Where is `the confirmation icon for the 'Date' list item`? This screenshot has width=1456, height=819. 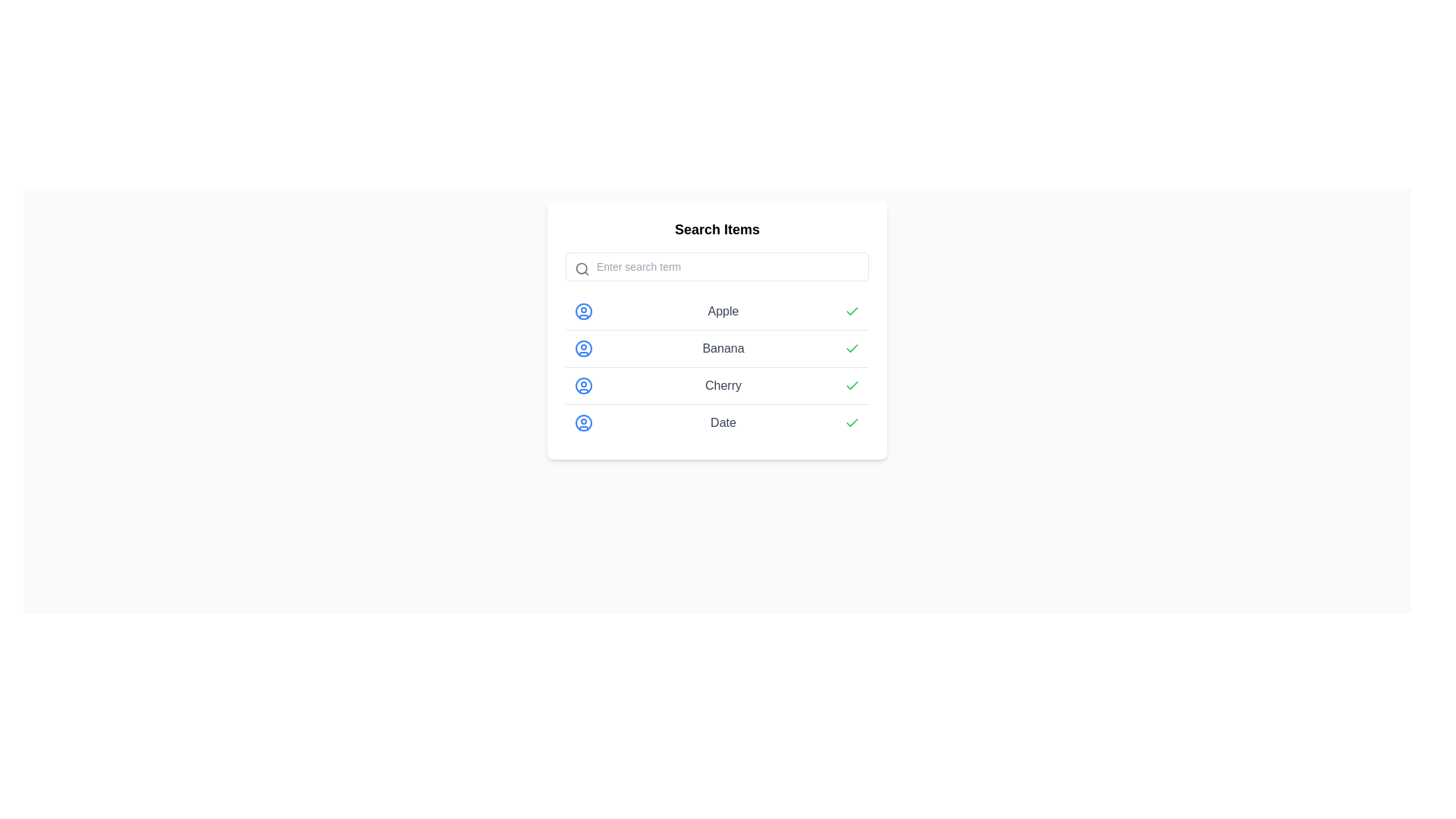
the confirmation icon for the 'Date' list item is located at coordinates (852, 423).